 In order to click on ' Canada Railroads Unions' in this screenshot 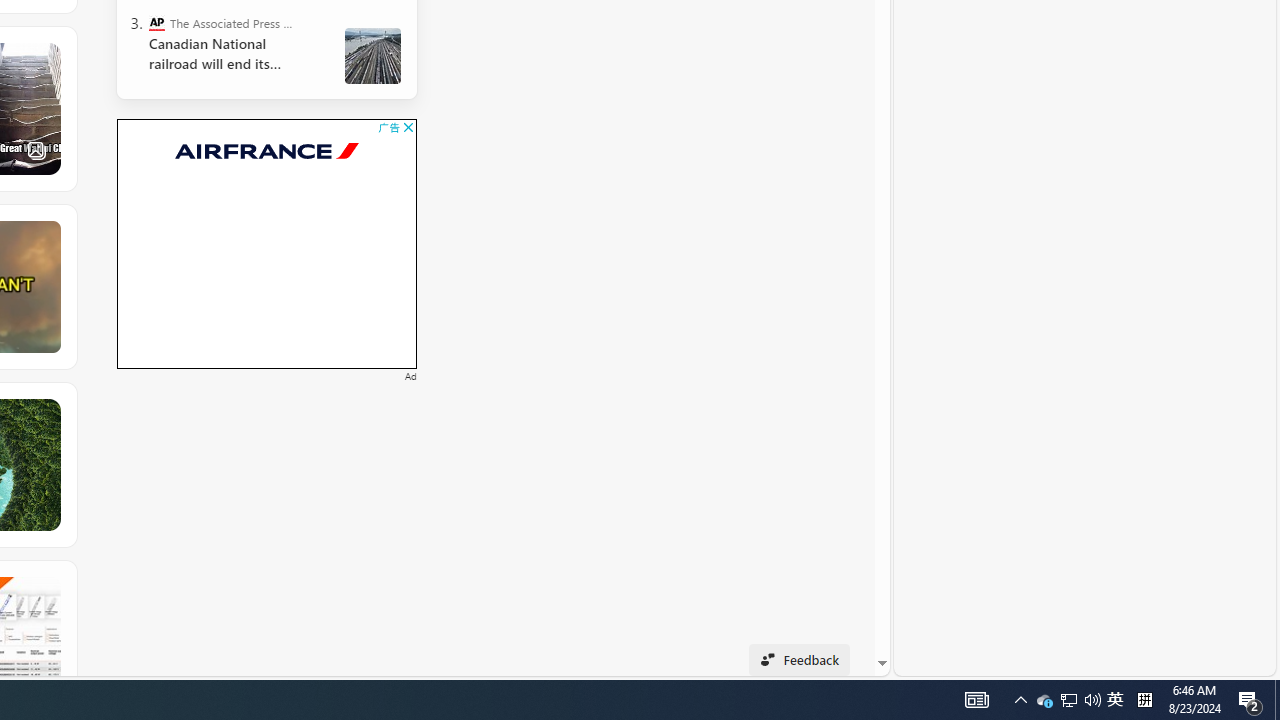, I will do `click(373, 55)`.